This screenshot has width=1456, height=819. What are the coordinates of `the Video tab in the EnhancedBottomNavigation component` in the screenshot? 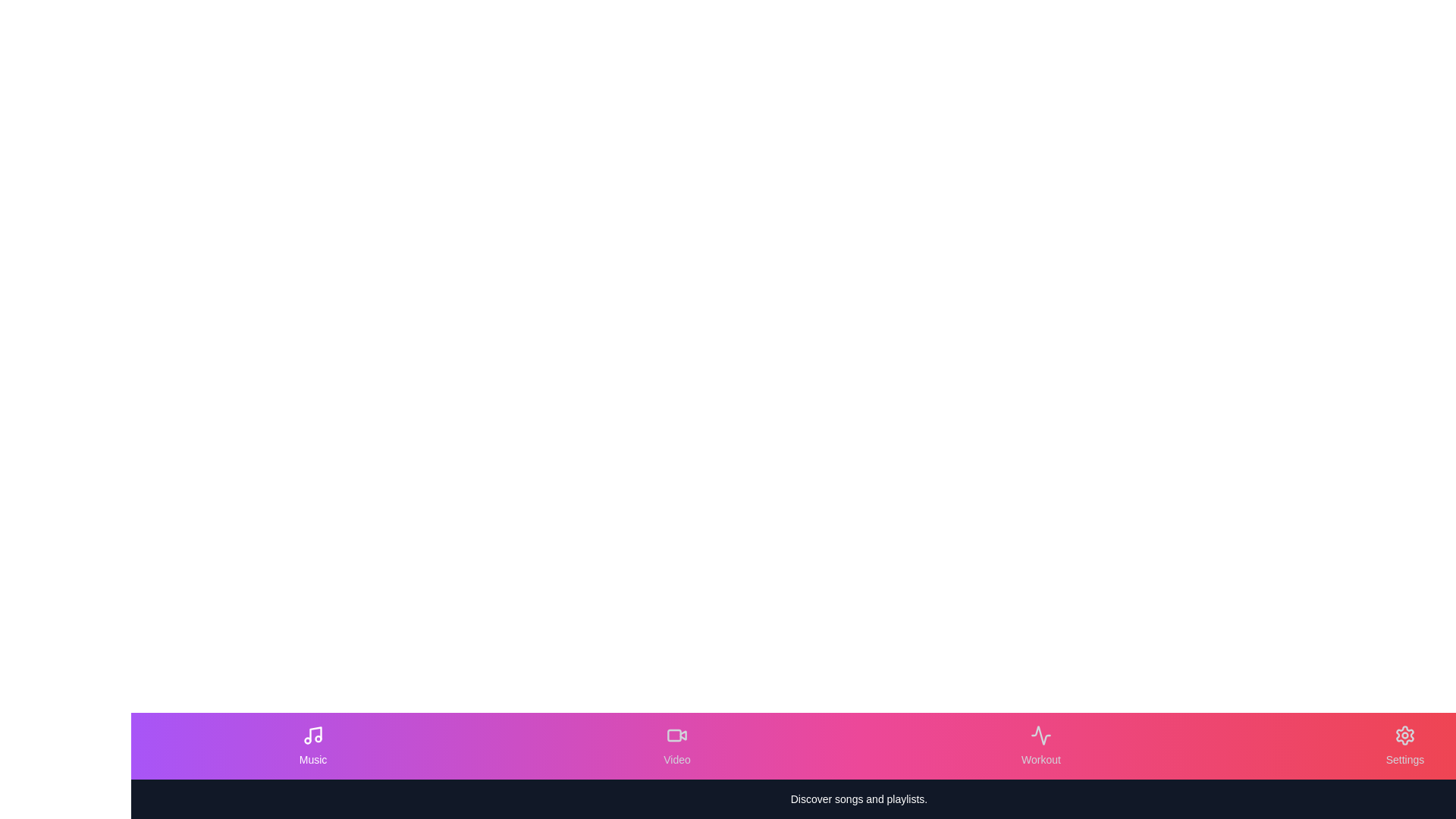 It's located at (676, 745).